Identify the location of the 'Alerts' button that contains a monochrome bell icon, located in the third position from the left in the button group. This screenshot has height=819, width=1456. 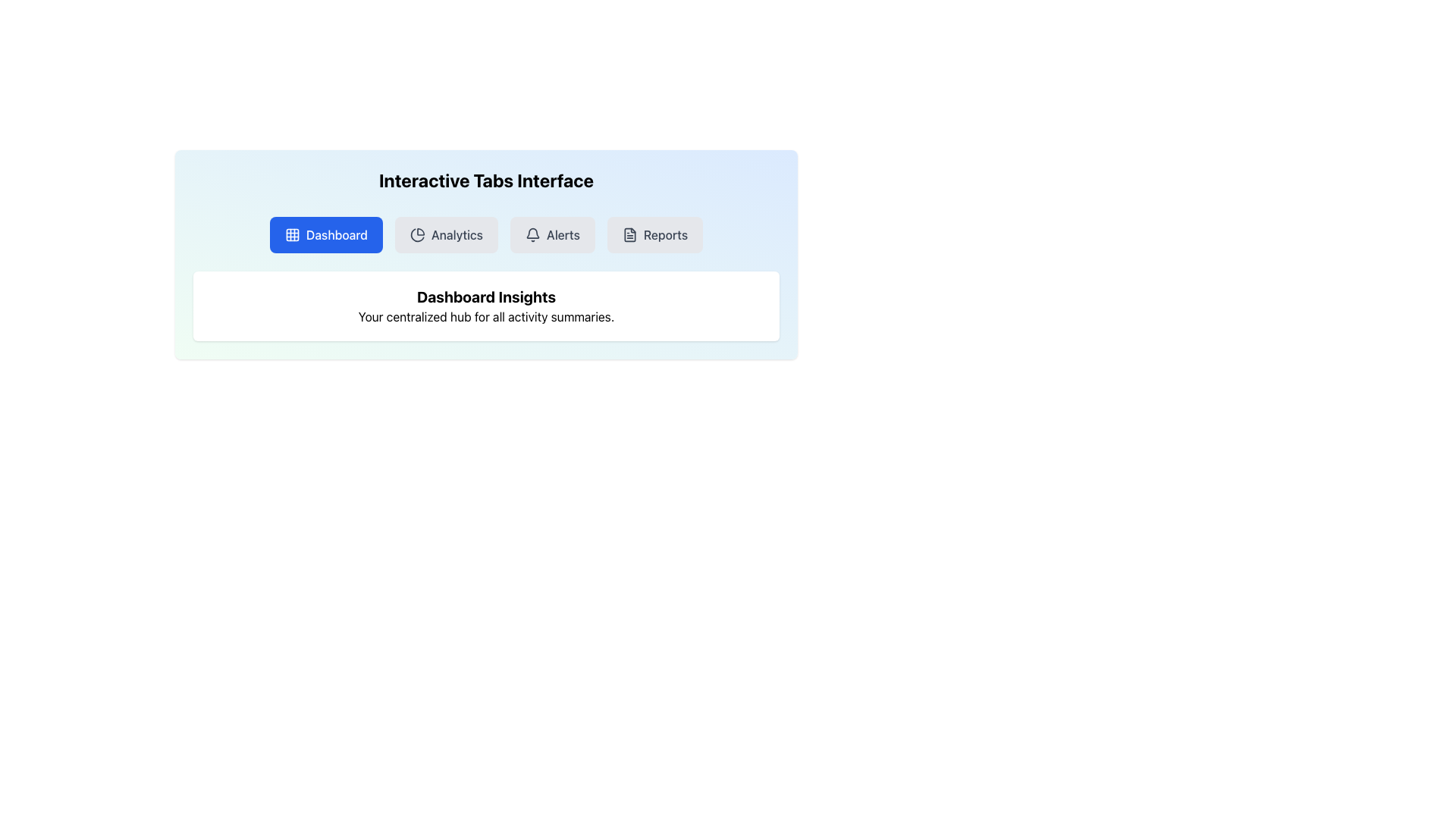
(532, 234).